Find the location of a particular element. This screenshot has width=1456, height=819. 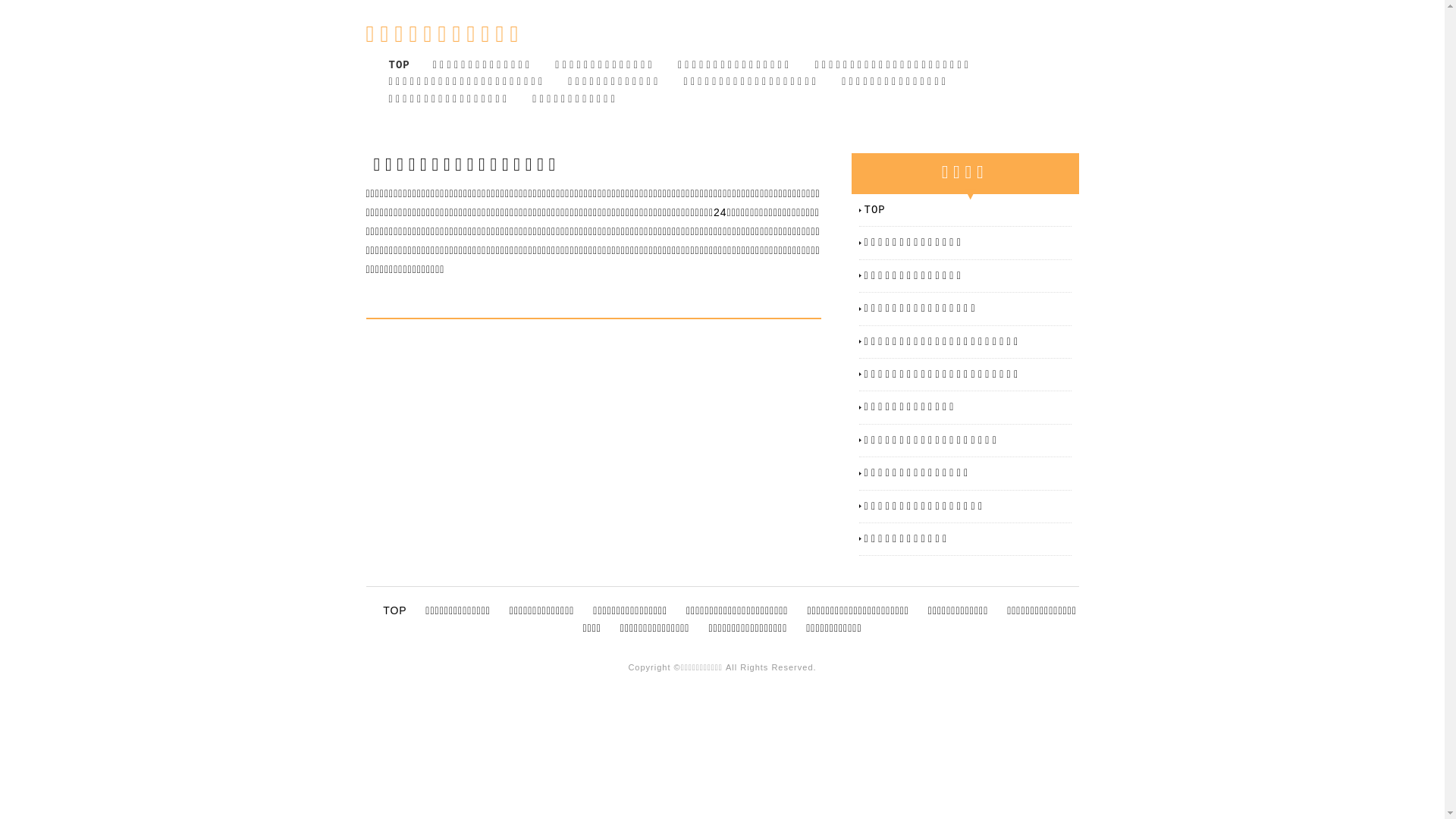

'TOP' is located at coordinates (394, 610).